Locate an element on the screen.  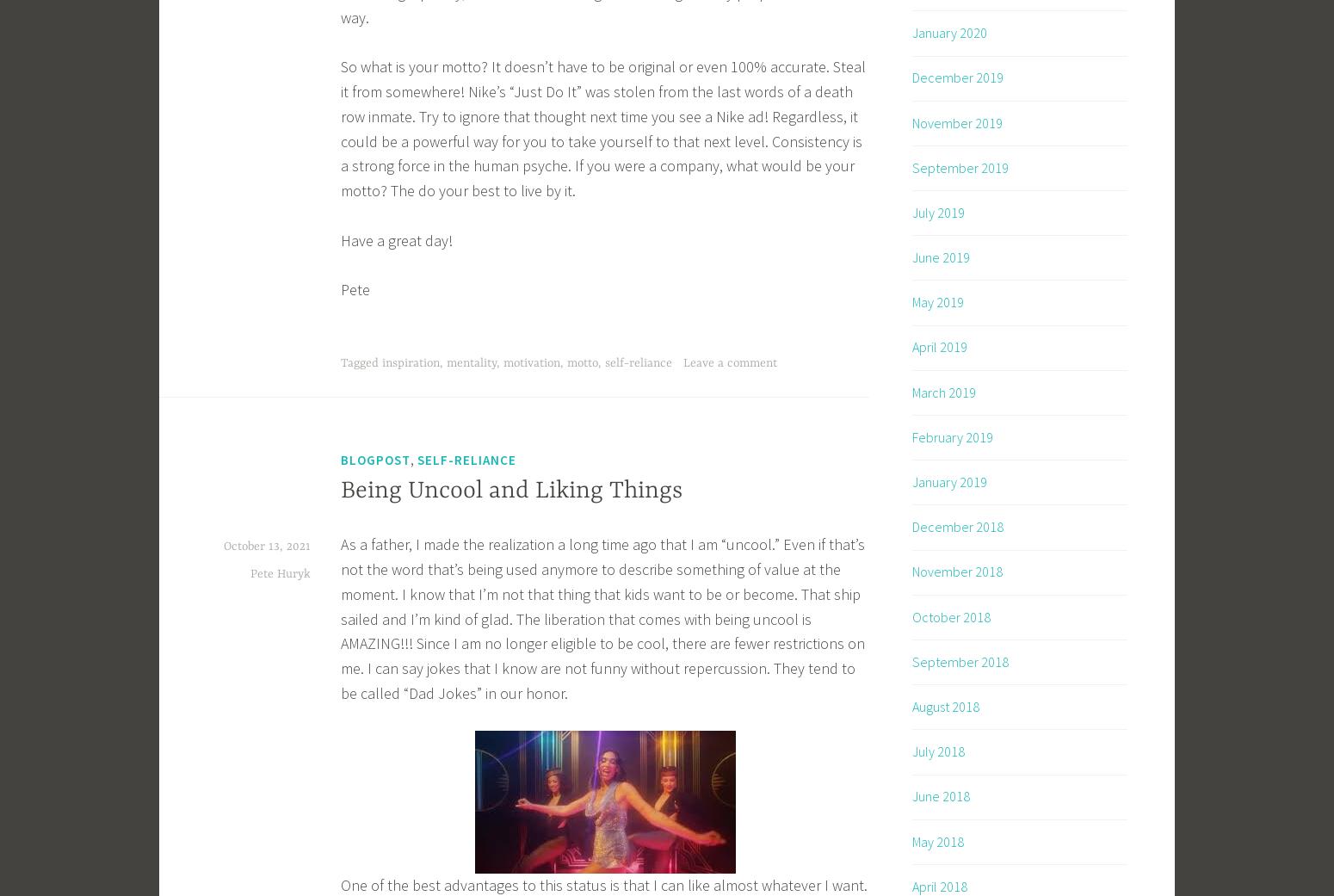
'August 2018' is located at coordinates (944, 705).